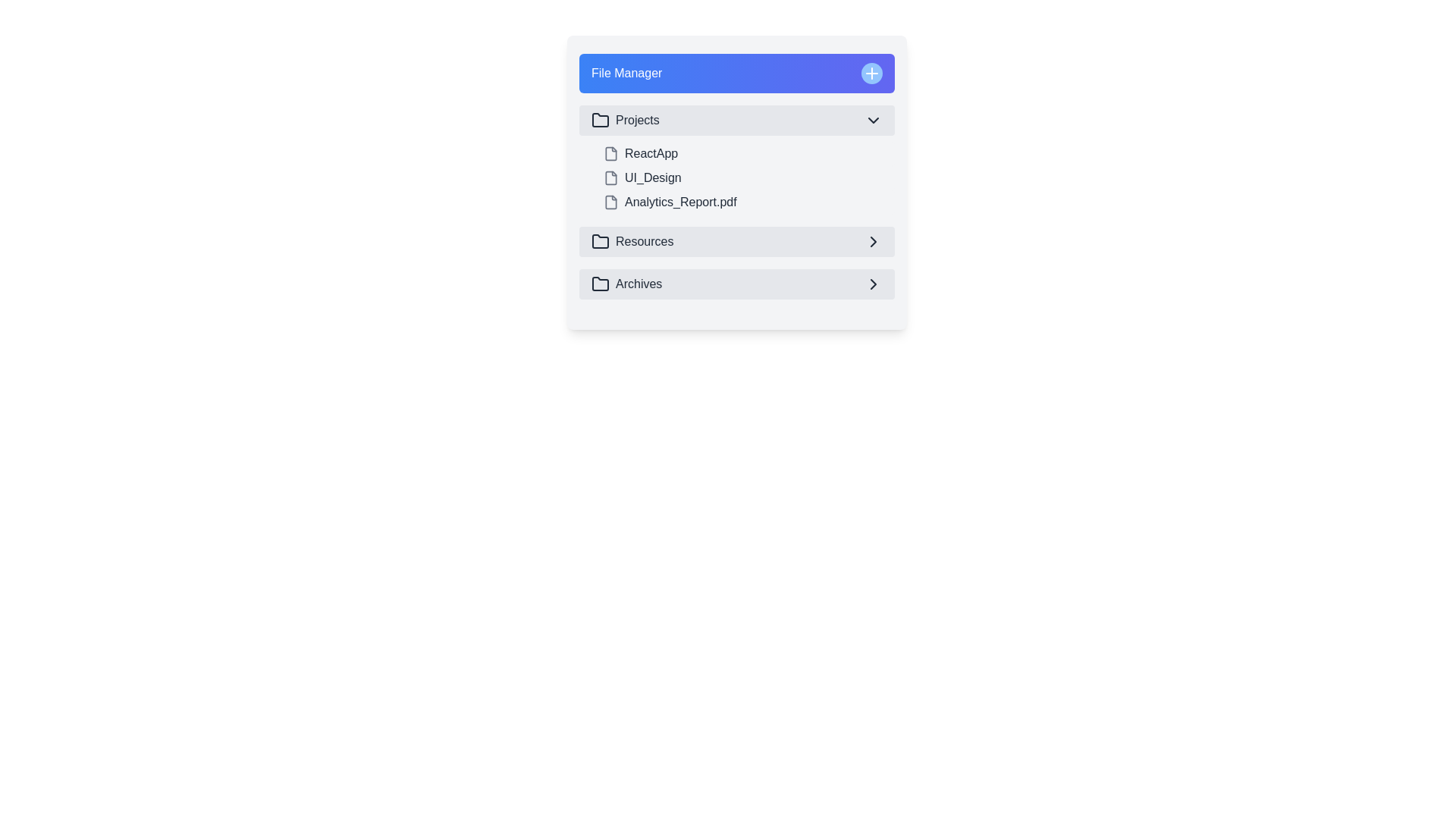 The width and height of the screenshot is (1456, 819). Describe the element at coordinates (611, 201) in the screenshot. I see `the file icon resembling a document or file, which is located next to the label 'Analytics_Report.pdf' within the 'Projects' folder in the file manager interface` at that location.